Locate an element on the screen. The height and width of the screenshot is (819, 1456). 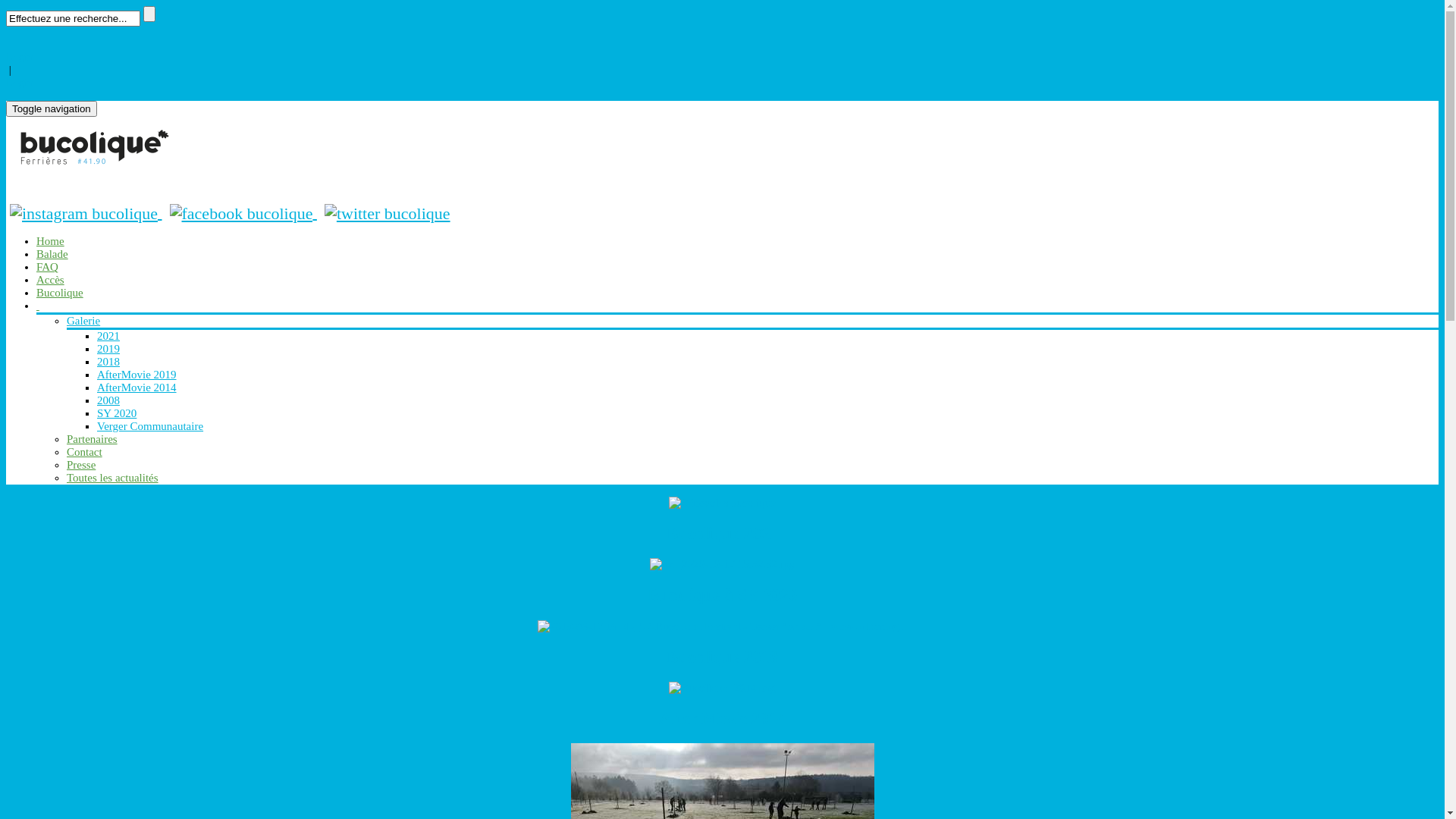
'Presse' is located at coordinates (80, 464).